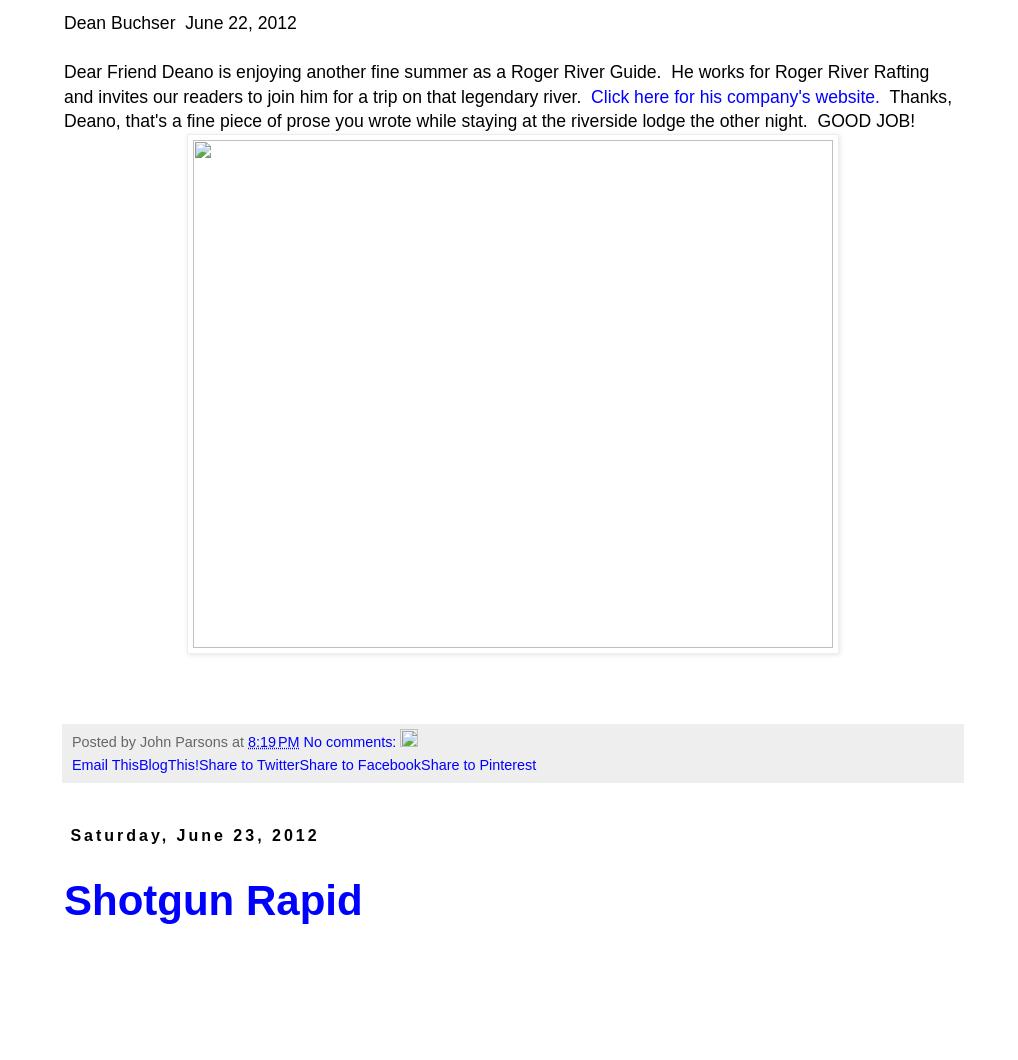  Describe the element at coordinates (211, 900) in the screenshot. I see `'Shotgun Rapid'` at that location.